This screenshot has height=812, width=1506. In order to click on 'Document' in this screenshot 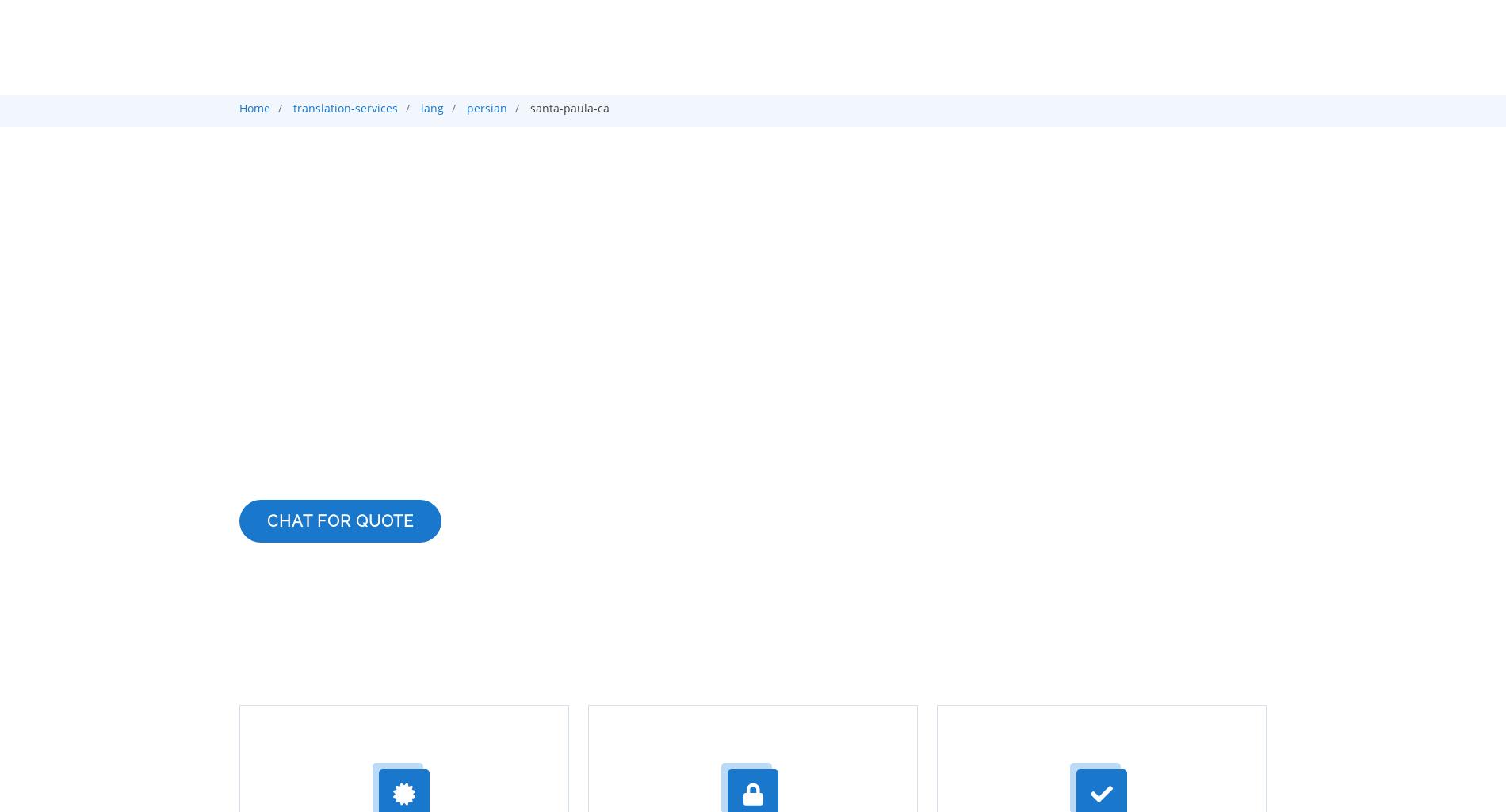, I will do `click(1058, 172)`.